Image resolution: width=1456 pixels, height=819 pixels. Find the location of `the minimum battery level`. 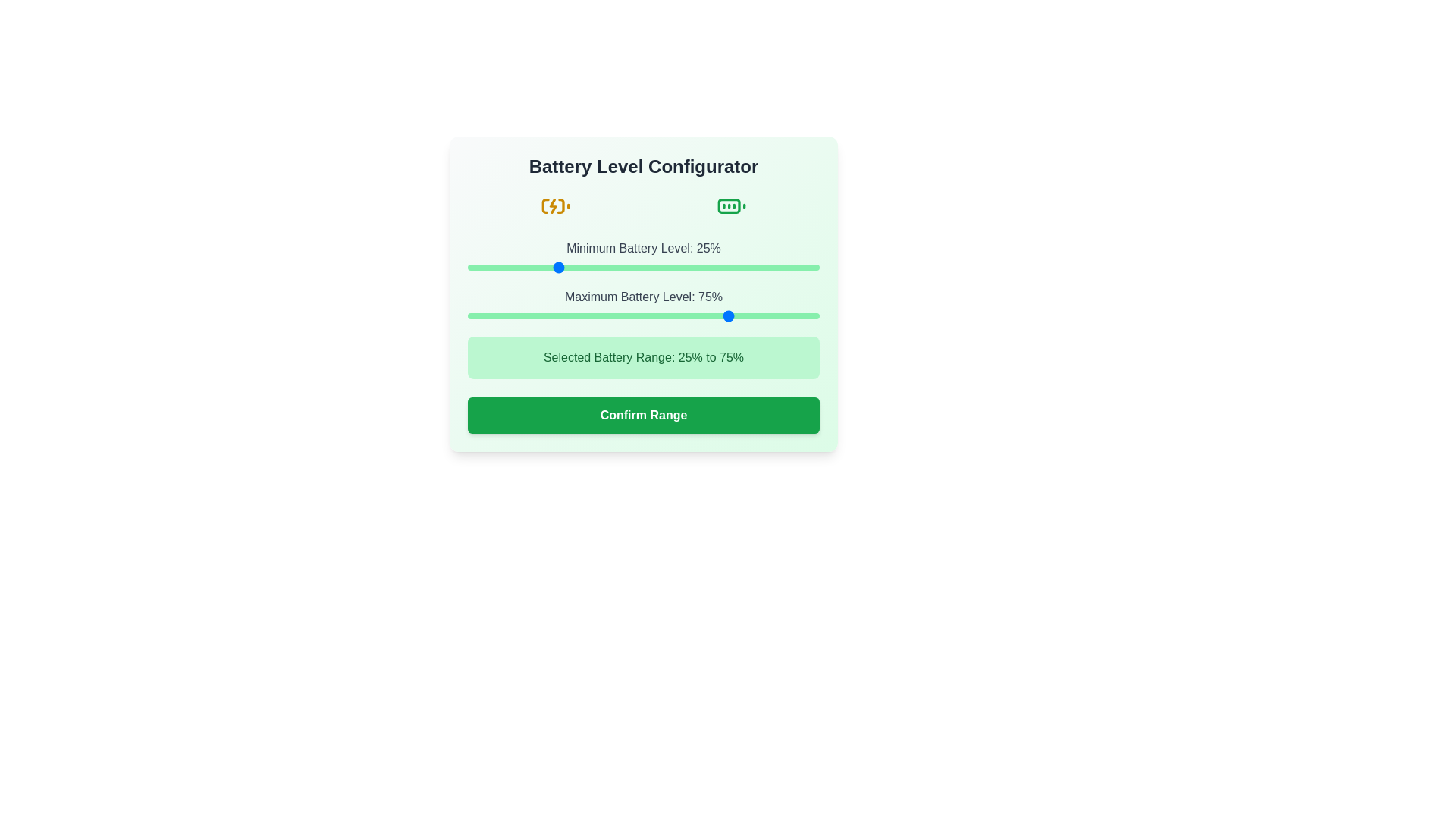

the minimum battery level is located at coordinates (728, 267).